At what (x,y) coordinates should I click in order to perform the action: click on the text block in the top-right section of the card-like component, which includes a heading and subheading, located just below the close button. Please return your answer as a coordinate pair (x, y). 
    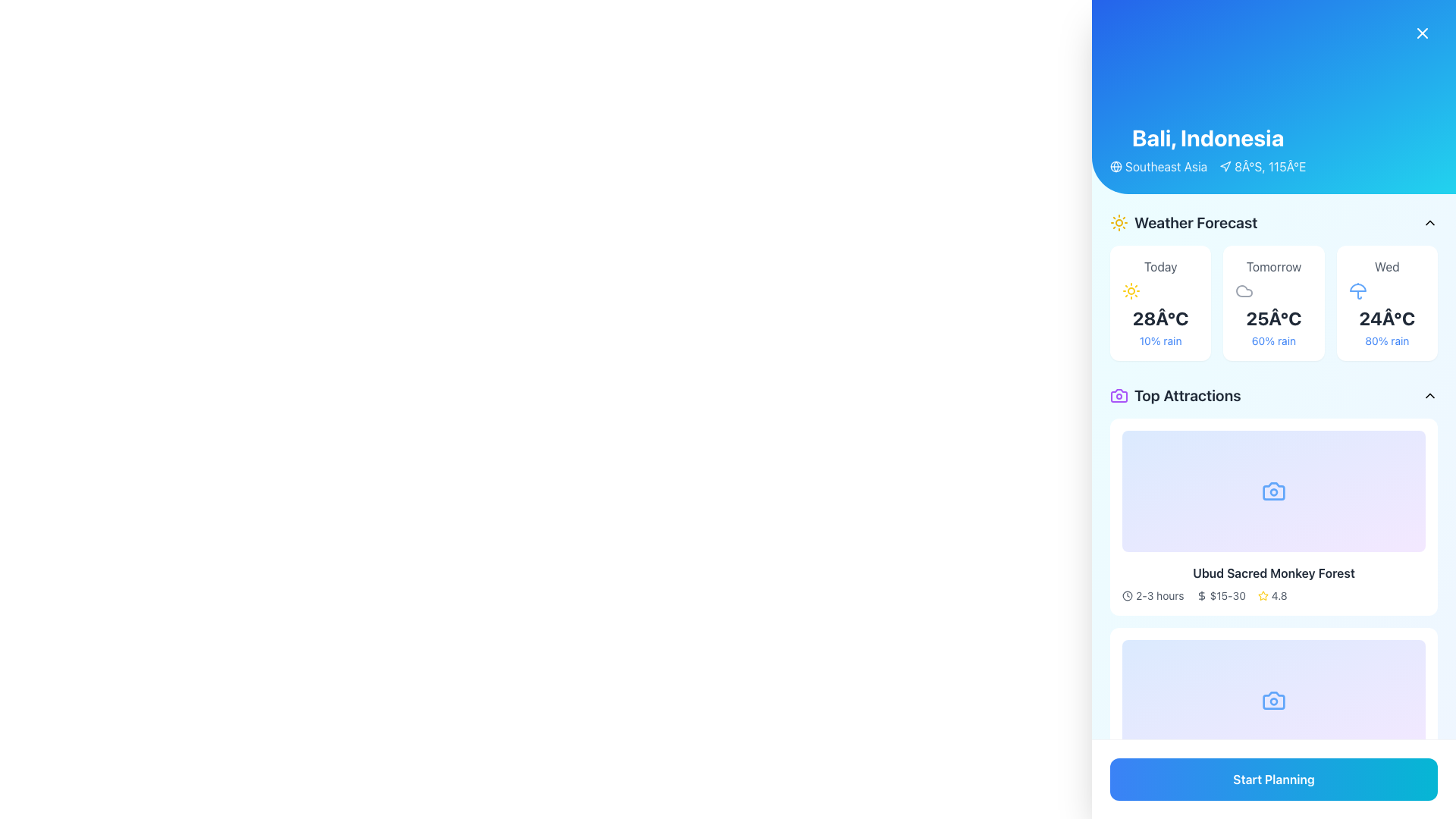
    Looking at the image, I should click on (1207, 149).